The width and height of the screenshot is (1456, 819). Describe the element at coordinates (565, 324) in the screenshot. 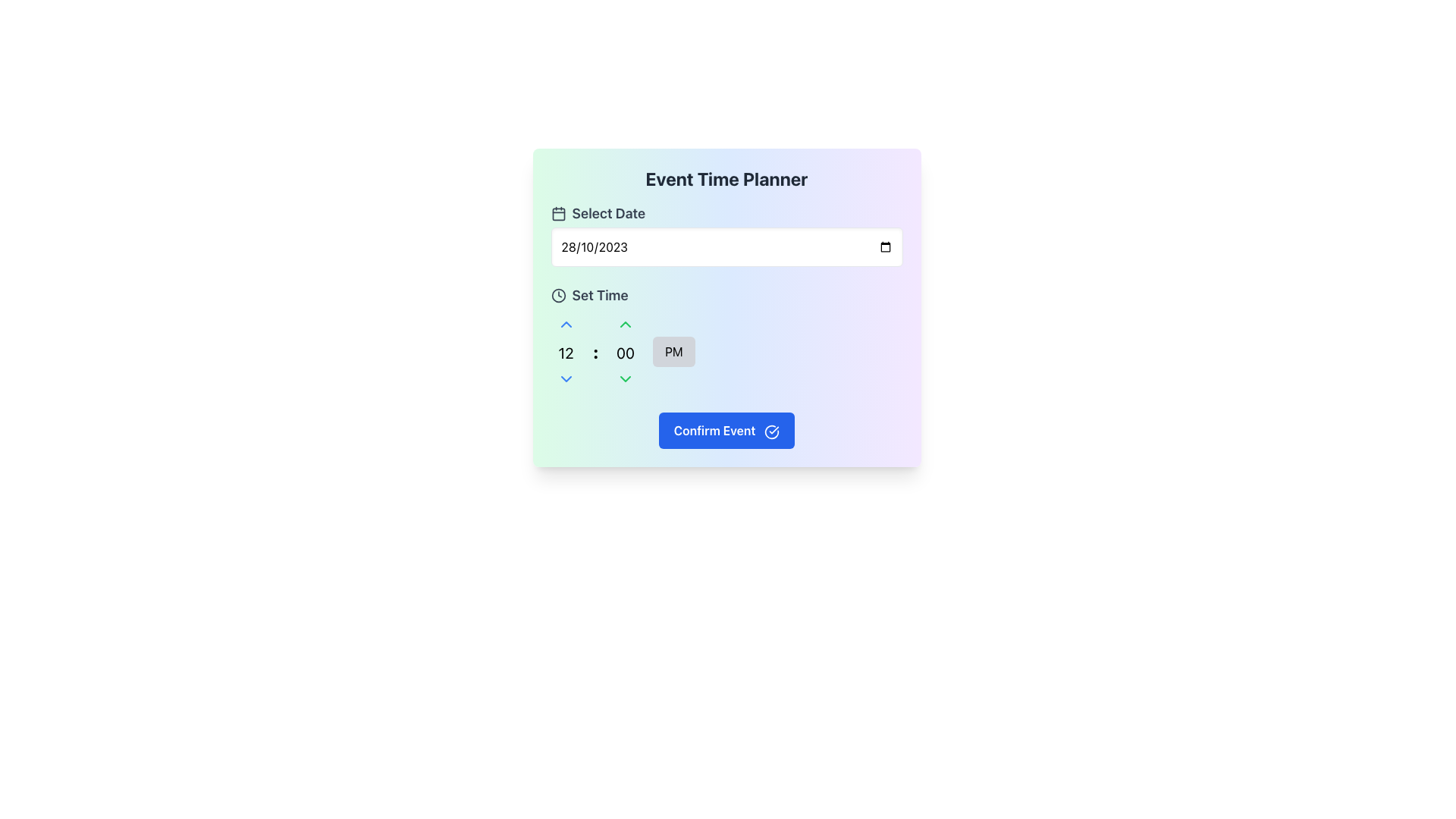

I see `the upward chevron button located in the top-left section of the time-setting interface to increment the hour value` at that location.